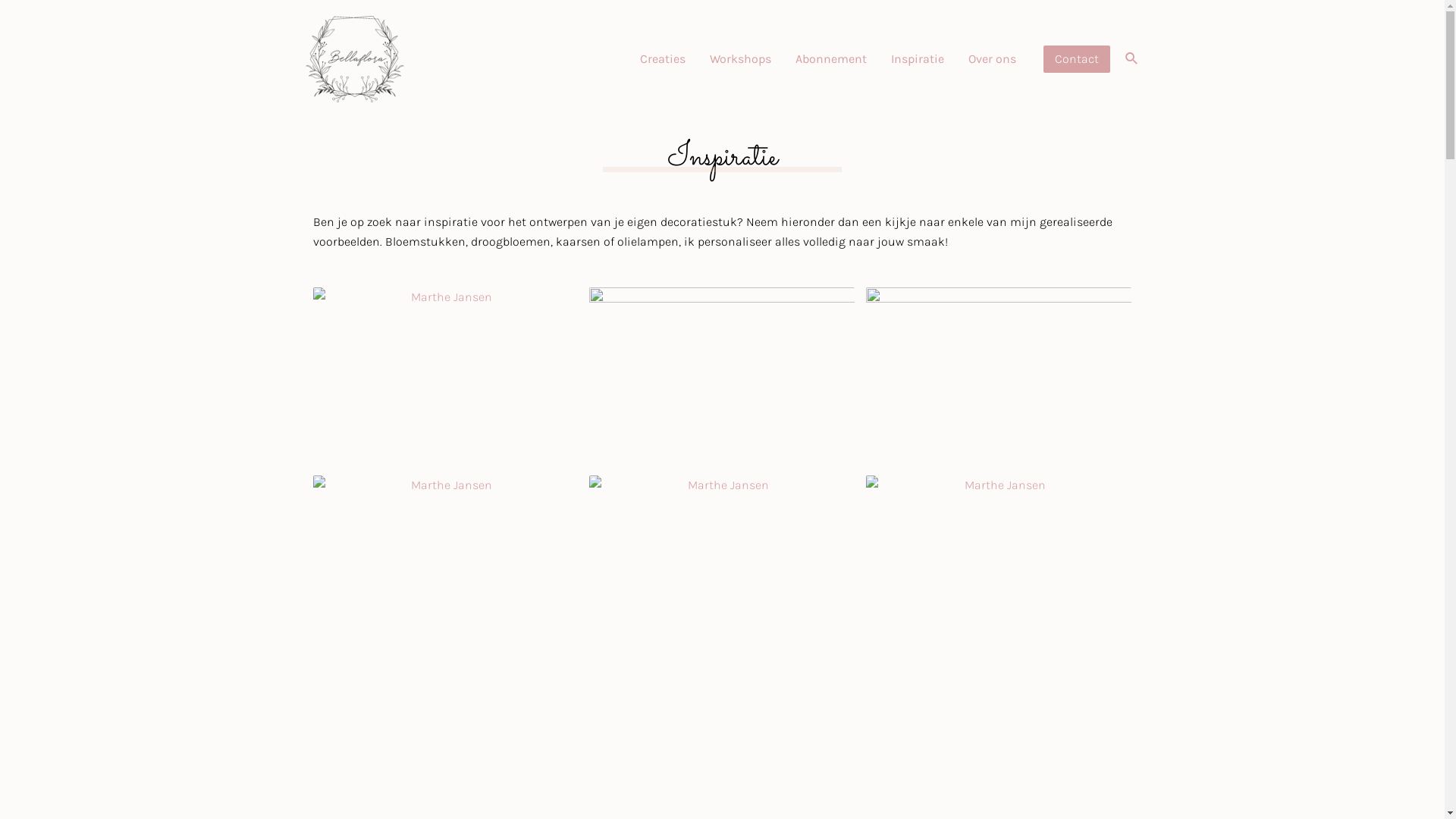 The image size is (1456, 819). Describe the element at coordinates (992, 58) in the screenshot. I see `'Over ons'` at that location.